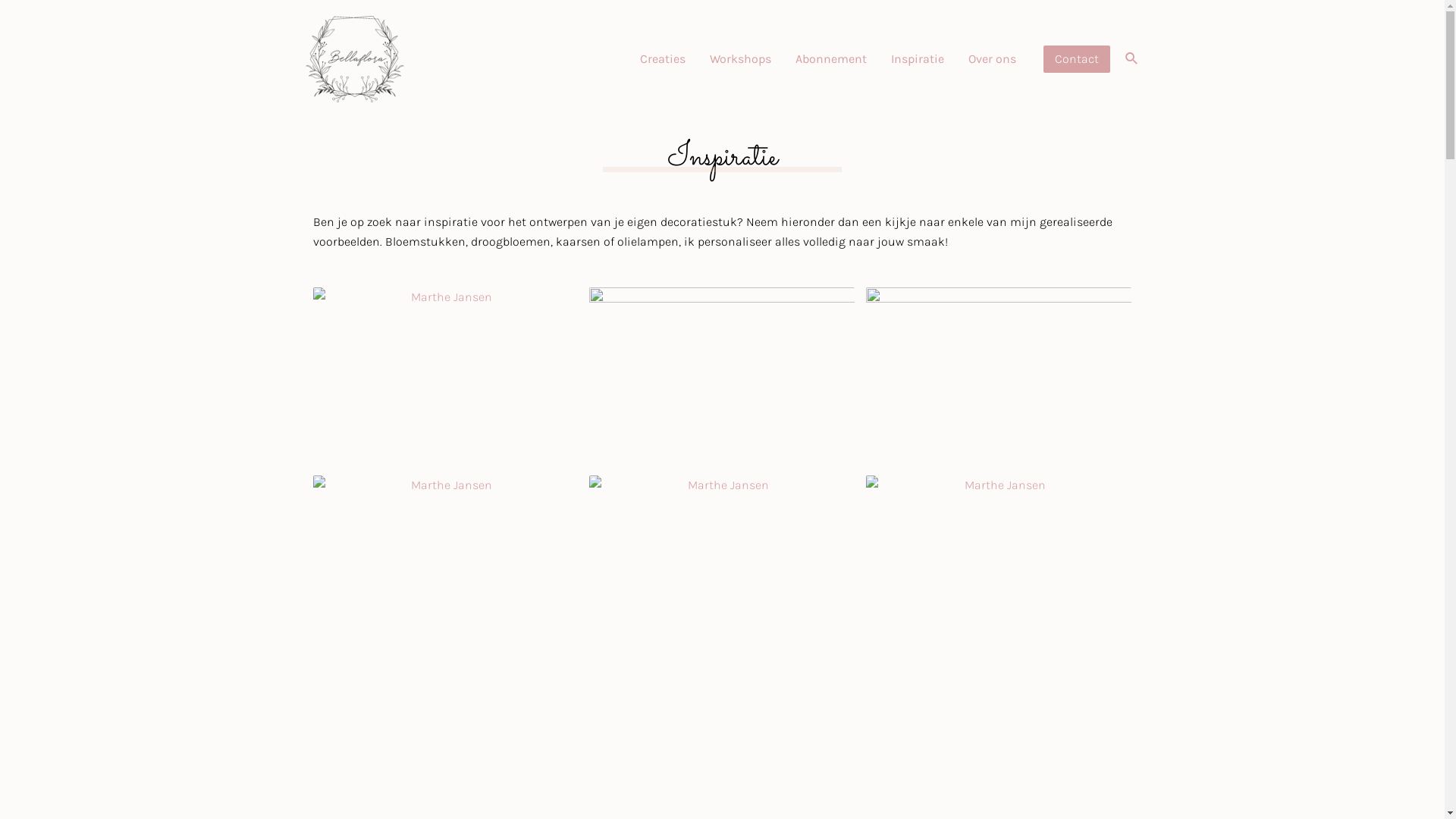 The image size is (1456, 819). Describe the element at coordinates (992, 58) in the screenshot. I see `'Over ons'` at that location.